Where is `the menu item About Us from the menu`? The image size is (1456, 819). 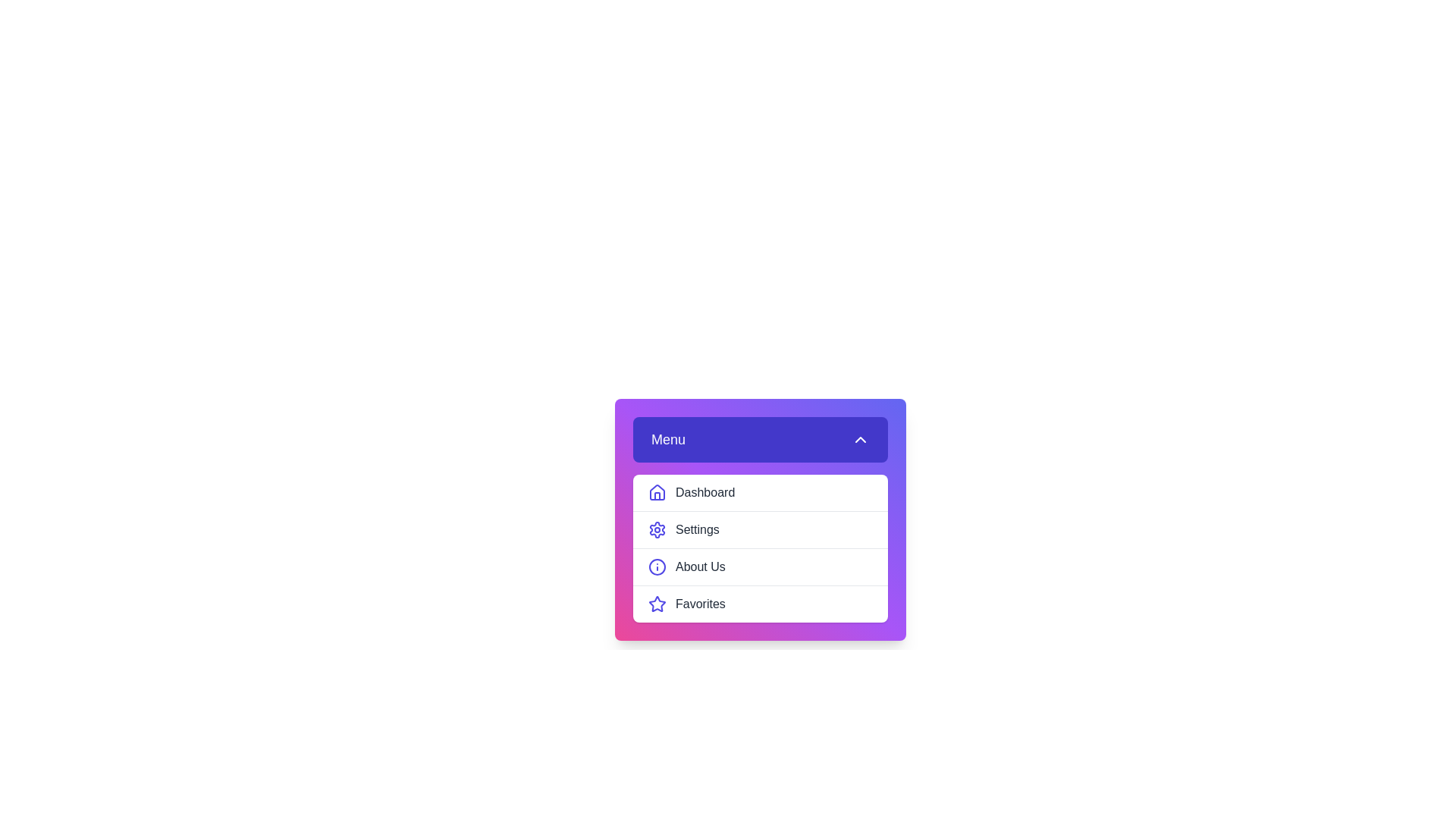 the menu item About Us from the menu is located at coordinates (761, 566).